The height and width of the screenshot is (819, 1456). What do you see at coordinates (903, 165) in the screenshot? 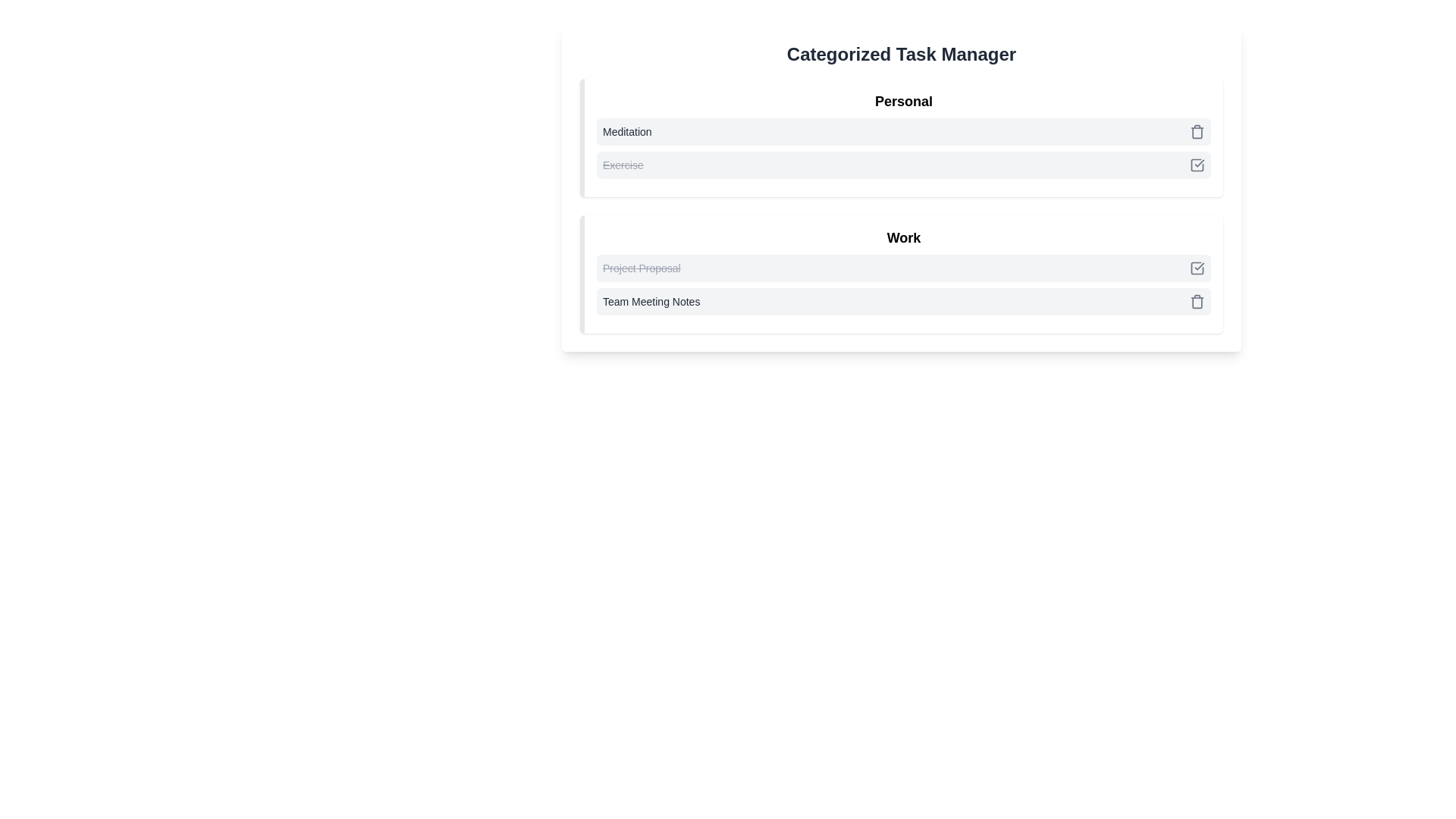
I see `the 'Exercise' task entry element with a light gray background and rounded corners` at bounding box center [903, 165].